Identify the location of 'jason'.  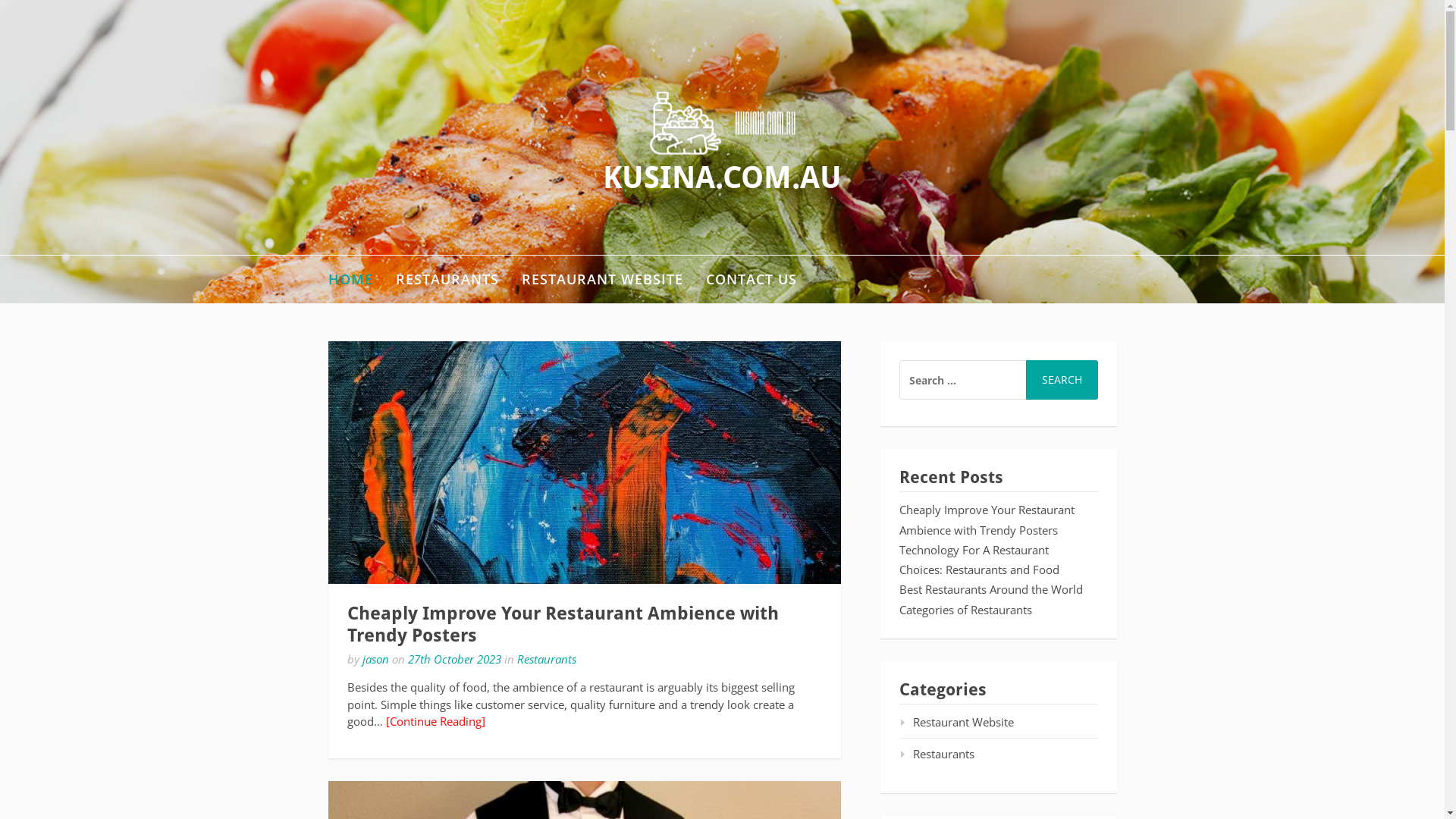
(375, 657).